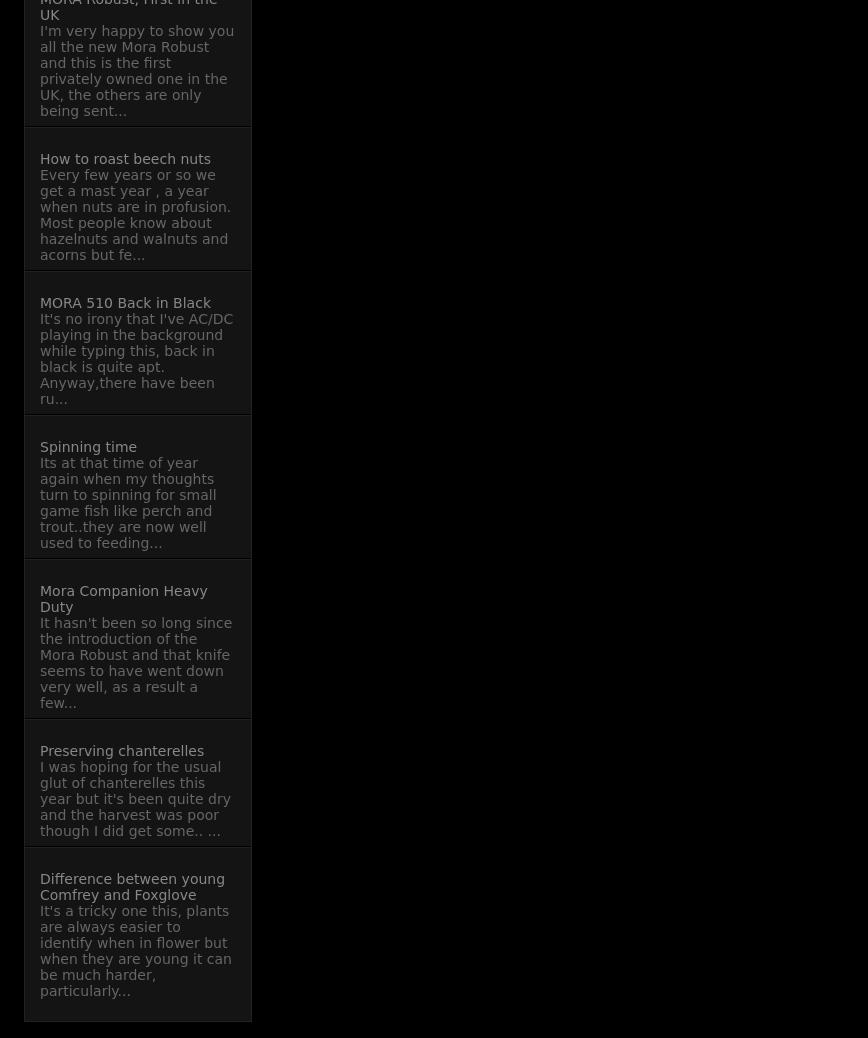 The height and width of the screenshot is (1038, 868). What do you see at coordinates (135, 213) in the screenshot?
I see `'Every few years or so we get a mast year , a year when nuts are in profusion. Most people know about hazelnuts and walnuts and acorns but fe...'` at bounding box center [135, 213].